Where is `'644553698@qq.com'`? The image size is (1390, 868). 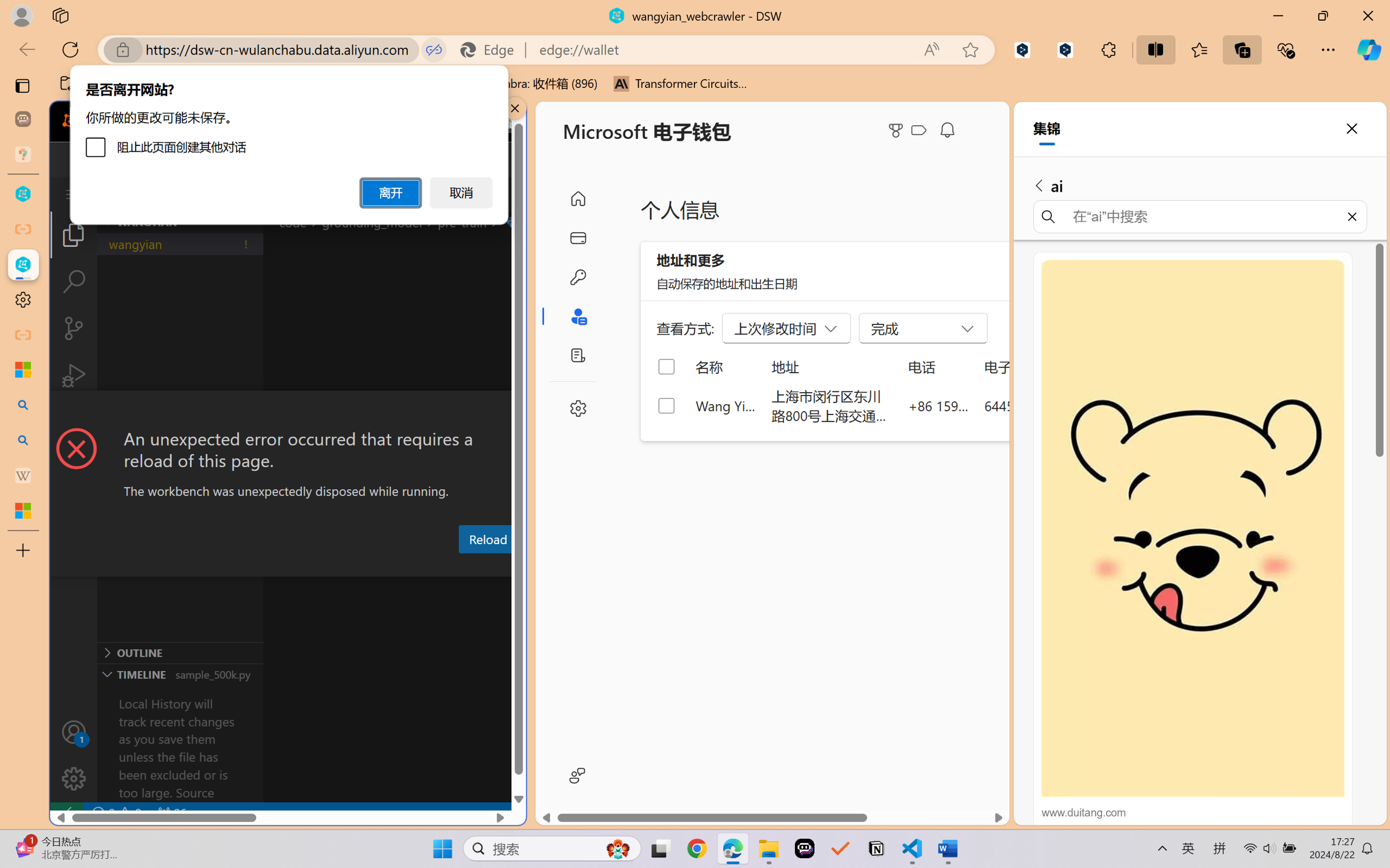
'644553698@qq.com' is located at coordinates (1044, 405).